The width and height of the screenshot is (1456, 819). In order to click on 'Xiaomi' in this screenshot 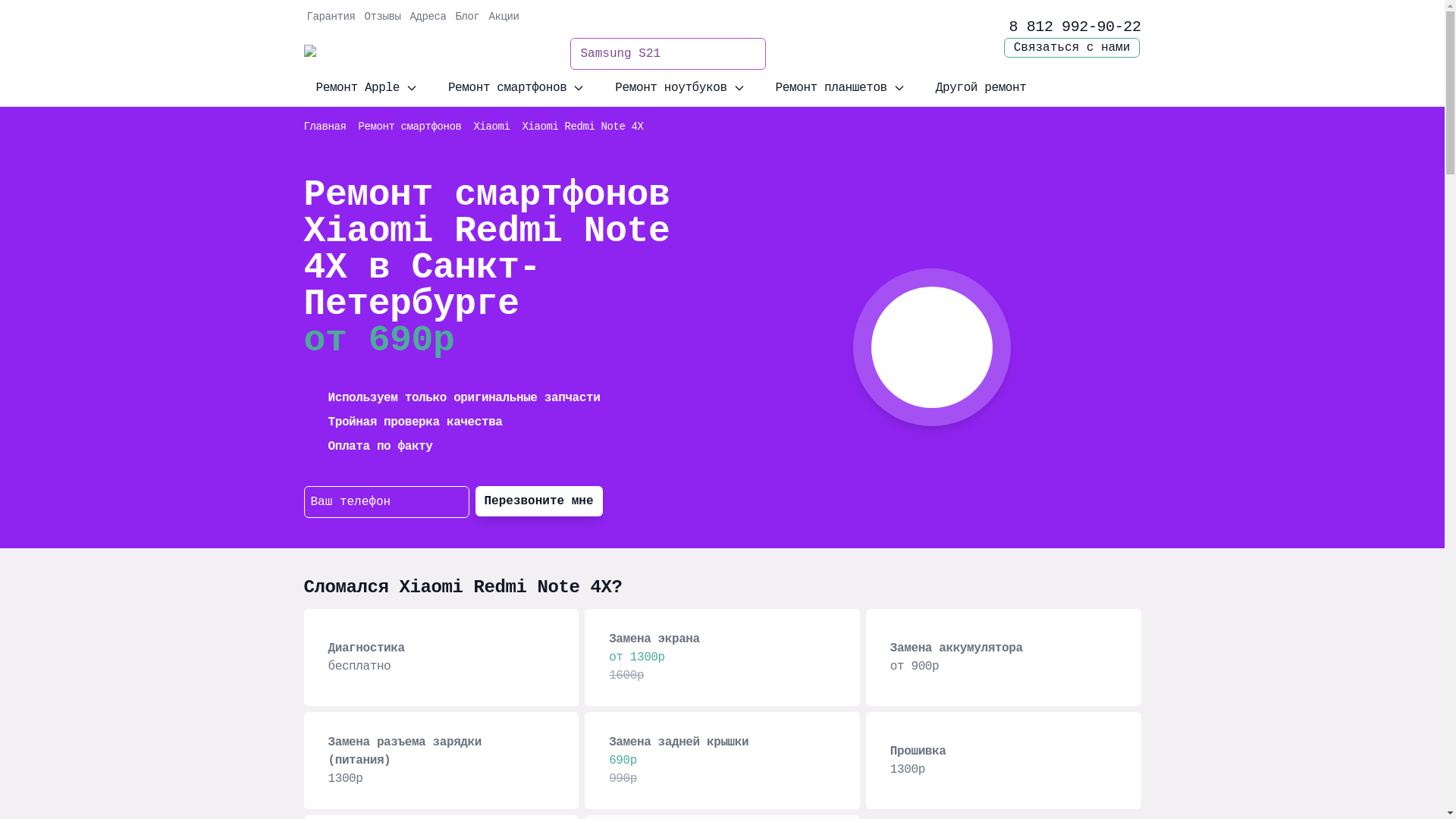, I will do `click(491, 125)`.